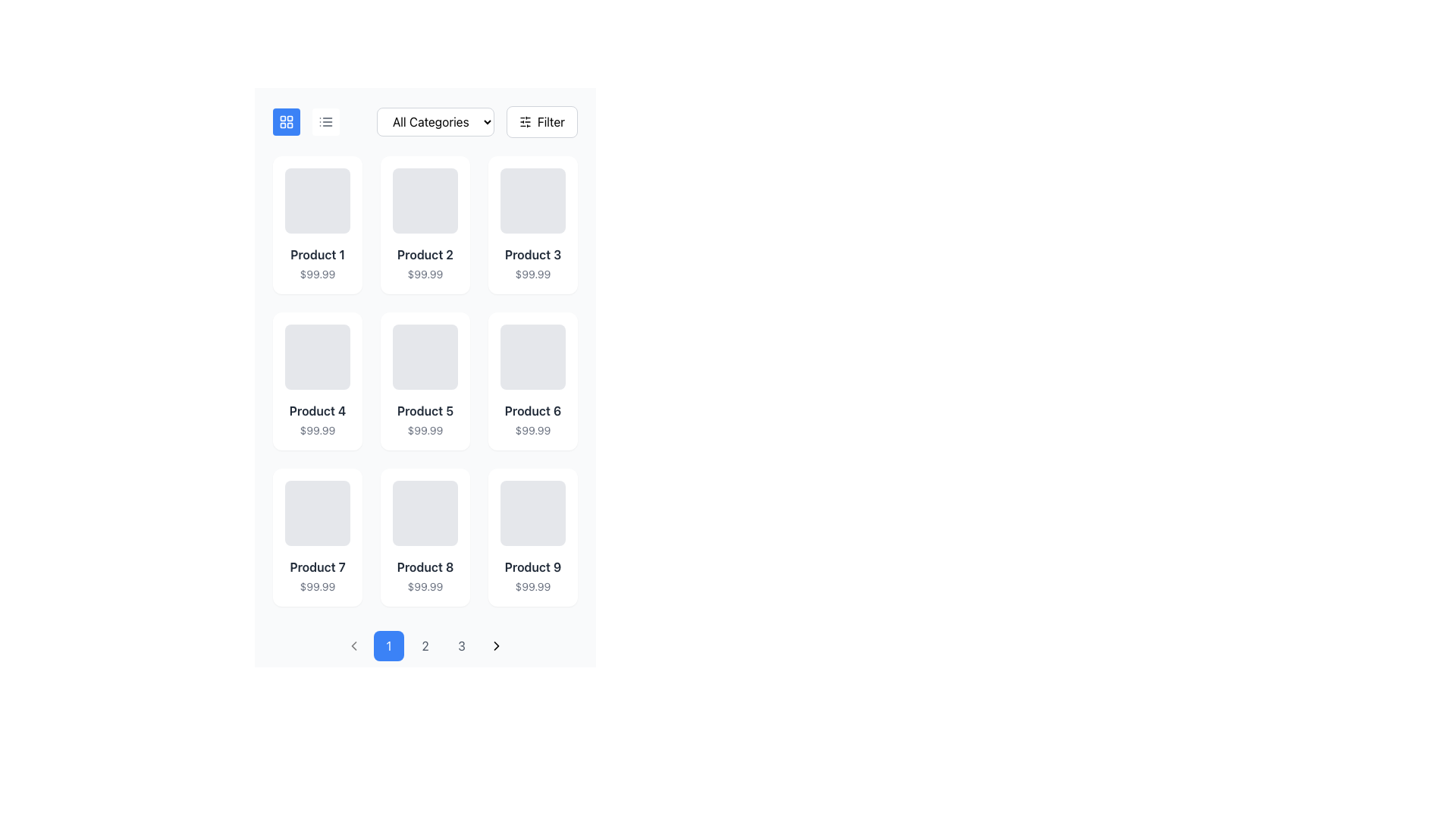 This screenshot has height=819, width=1456. I want to click on text displayed in the Text label showing the price of 'Product 6', located at the bottom-center of the sixth product card, so click(532, 430).